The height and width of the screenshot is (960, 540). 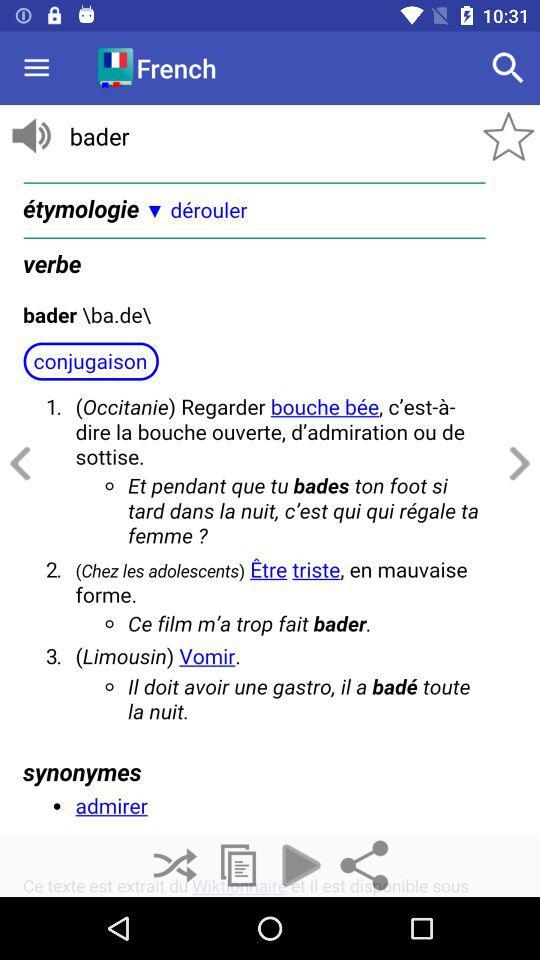 I want to click on the volume icon, so click(x=30, y=135).